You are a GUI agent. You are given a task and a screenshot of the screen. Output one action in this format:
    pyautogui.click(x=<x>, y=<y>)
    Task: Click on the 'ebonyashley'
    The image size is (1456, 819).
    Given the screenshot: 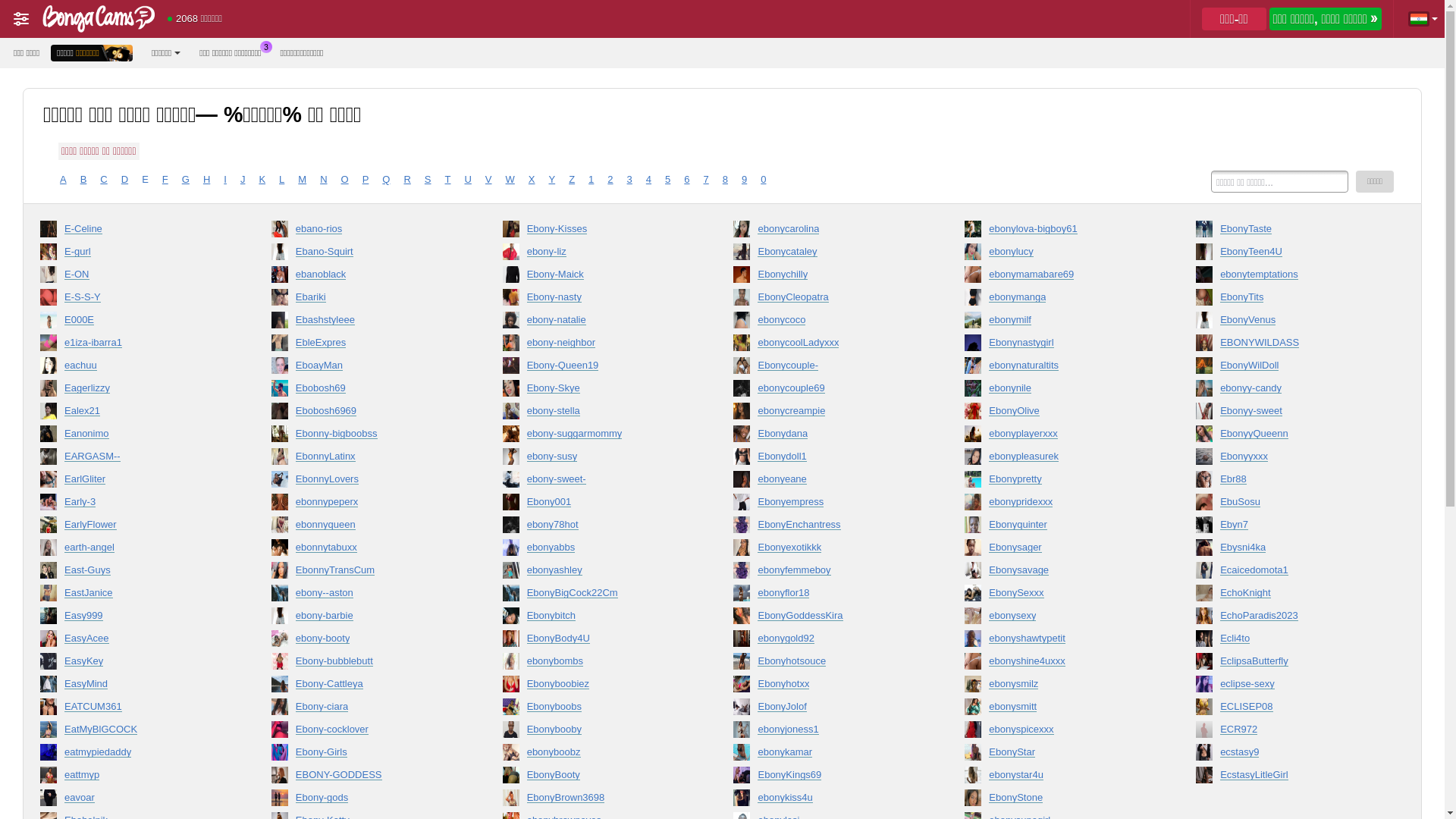 What is the action you would take?
    pyautogui.click(x=596, y=573)
    